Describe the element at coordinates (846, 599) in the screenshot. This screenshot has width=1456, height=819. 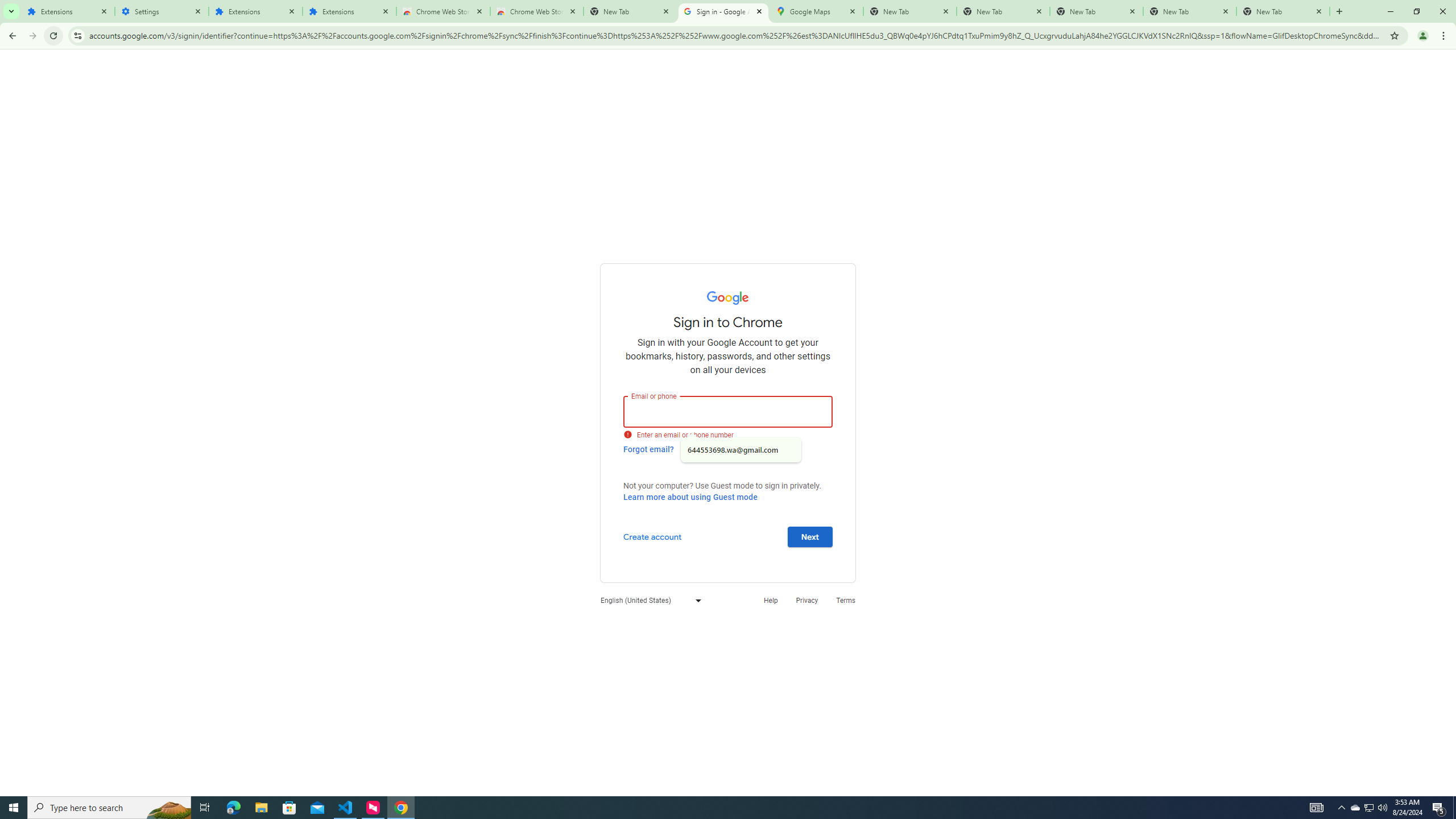
I see `'Terms'` at that location.